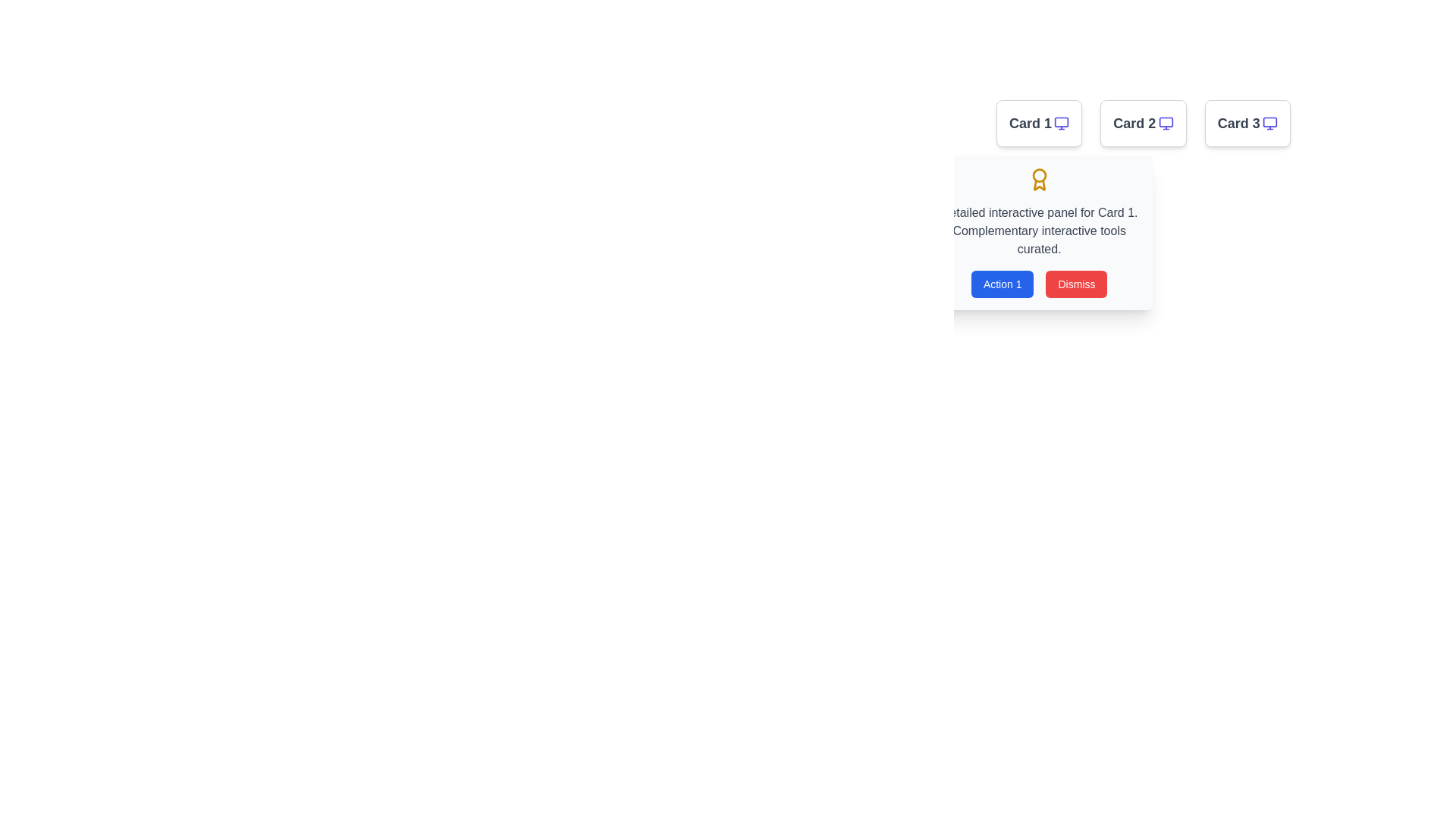 The width and height of the screenshot is (1456, 819). What do you see at coordinates (1143, 122) in the screenshot?
I see `the second card in a horizontal list of three cards` at bounding box center [1143, 122].